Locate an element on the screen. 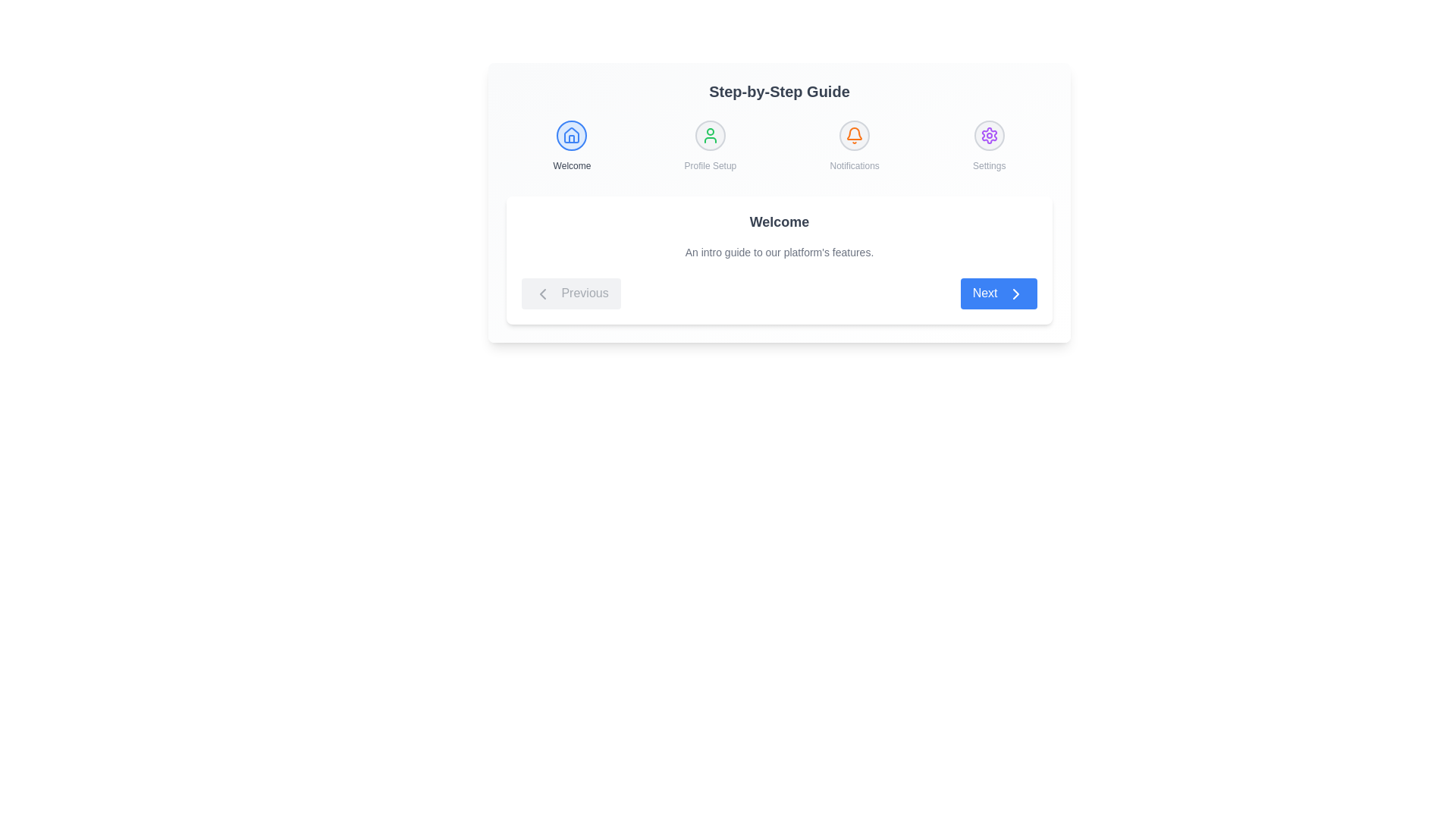 The height and width of the screenshot is (819, 1456). the 'Welcome' step icon, which is the first icon in a horizontal sequence at the top of a step-by-step guide interface, directly above the label 'Welcome' is located at coordinates (571, 134).